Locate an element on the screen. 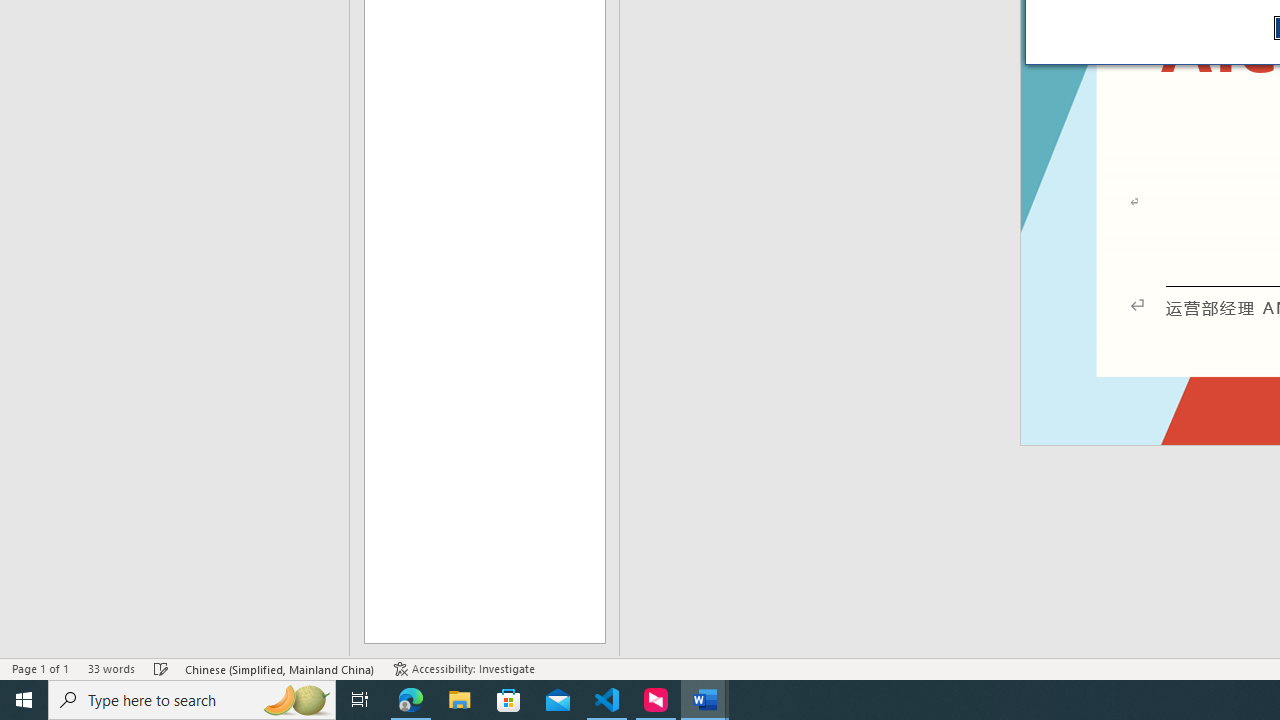  'Search highlights icon opens search home window' is located at coordinates (294, 698).